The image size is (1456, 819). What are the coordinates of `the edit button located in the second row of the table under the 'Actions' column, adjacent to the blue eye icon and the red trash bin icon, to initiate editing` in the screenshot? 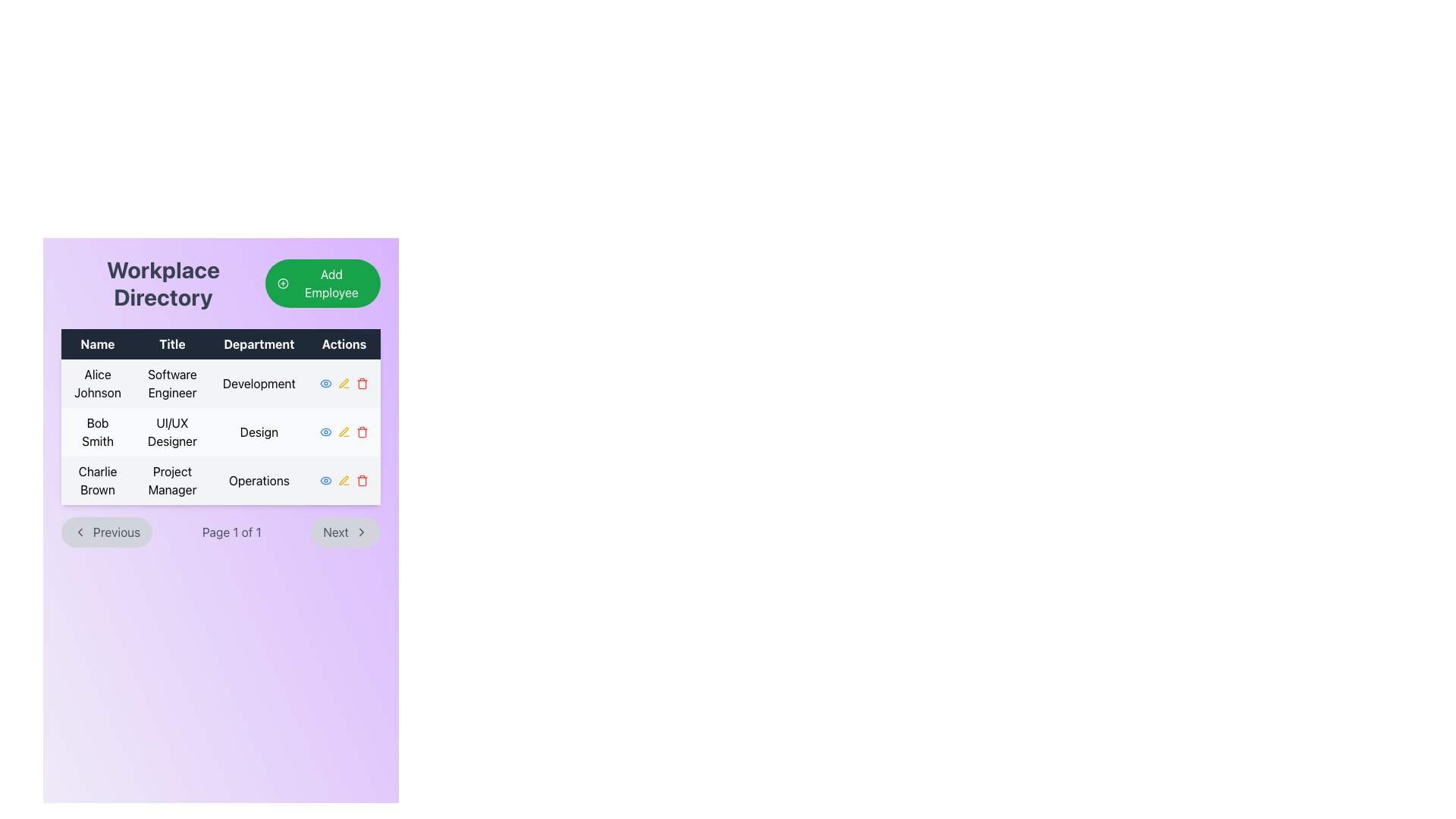 It's located at (344, 432).